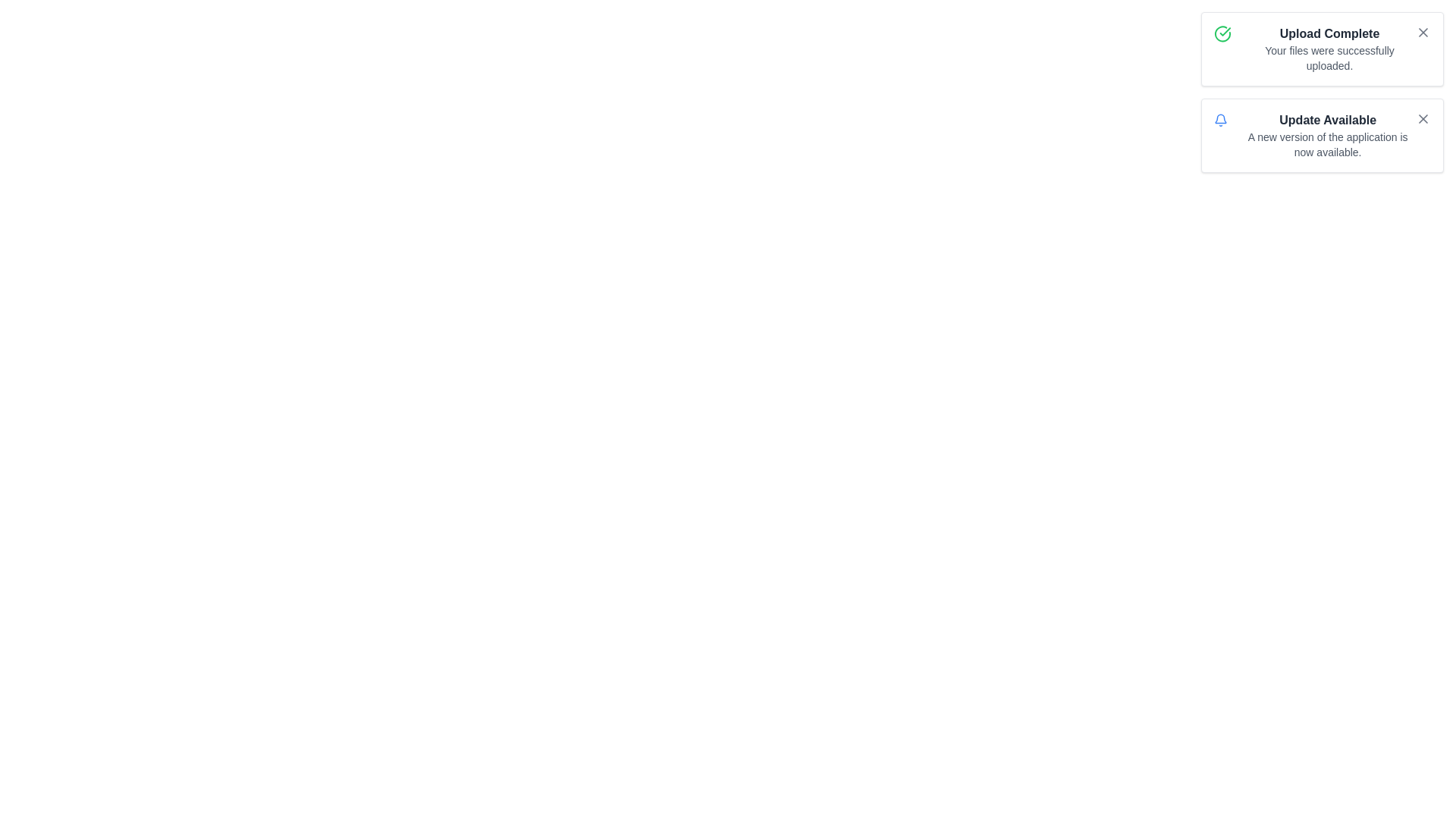  I want to click on the bell icon located at the top-left corner of the 'Update Available' notification card, so click(1221, 119).